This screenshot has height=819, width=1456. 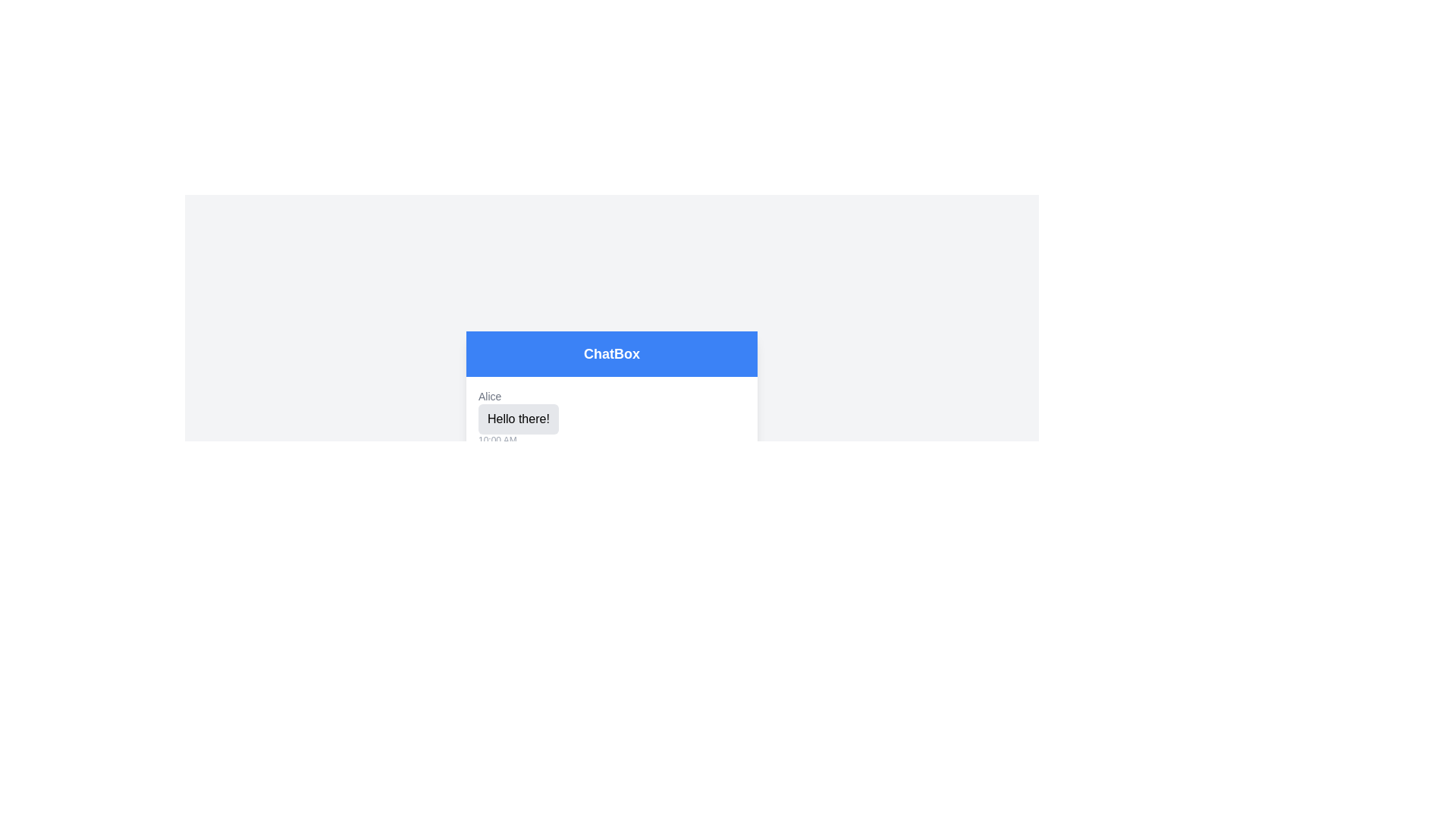 I want to click on the text display element that shows 'Hello there!' in the chatbox interface, which has a light gray background and rounded corners, so click(x=518, y=419).